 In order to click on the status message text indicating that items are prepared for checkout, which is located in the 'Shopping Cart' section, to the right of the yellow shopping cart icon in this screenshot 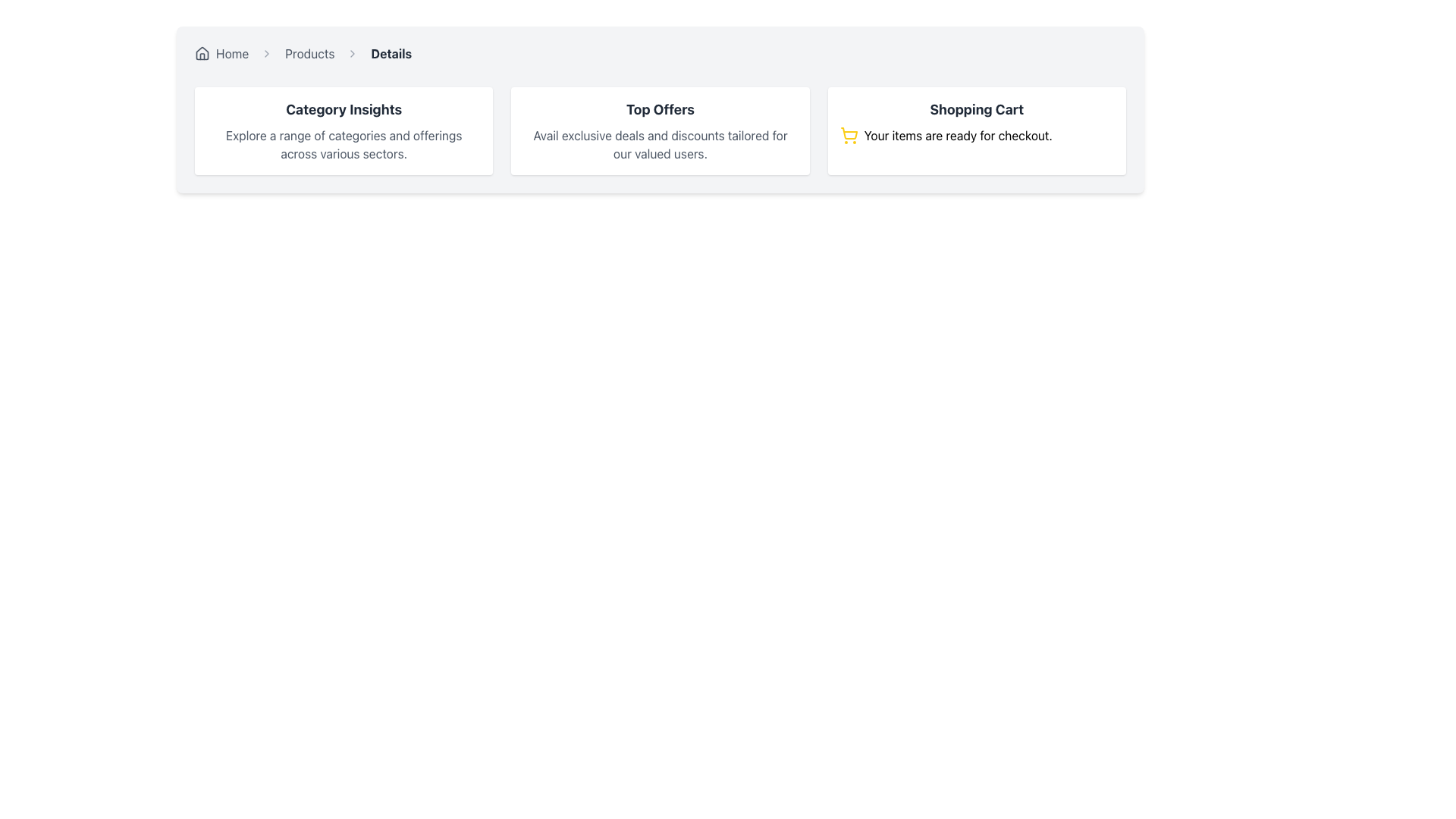, I will do `click(957, 134)`.